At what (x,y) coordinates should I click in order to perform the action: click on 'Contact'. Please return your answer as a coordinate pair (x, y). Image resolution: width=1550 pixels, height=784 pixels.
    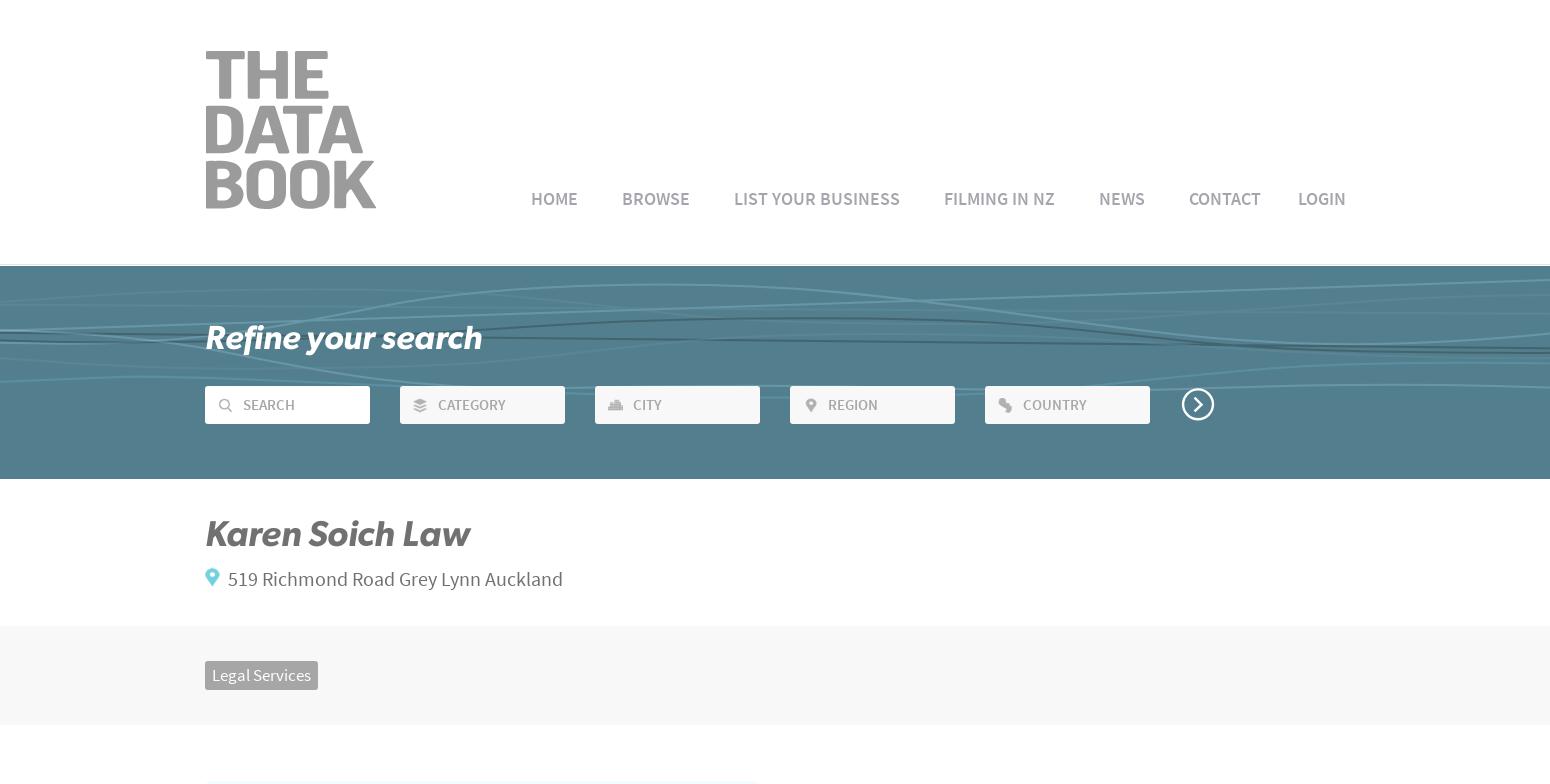
    Looking at the image, I should click on (1224, 197).